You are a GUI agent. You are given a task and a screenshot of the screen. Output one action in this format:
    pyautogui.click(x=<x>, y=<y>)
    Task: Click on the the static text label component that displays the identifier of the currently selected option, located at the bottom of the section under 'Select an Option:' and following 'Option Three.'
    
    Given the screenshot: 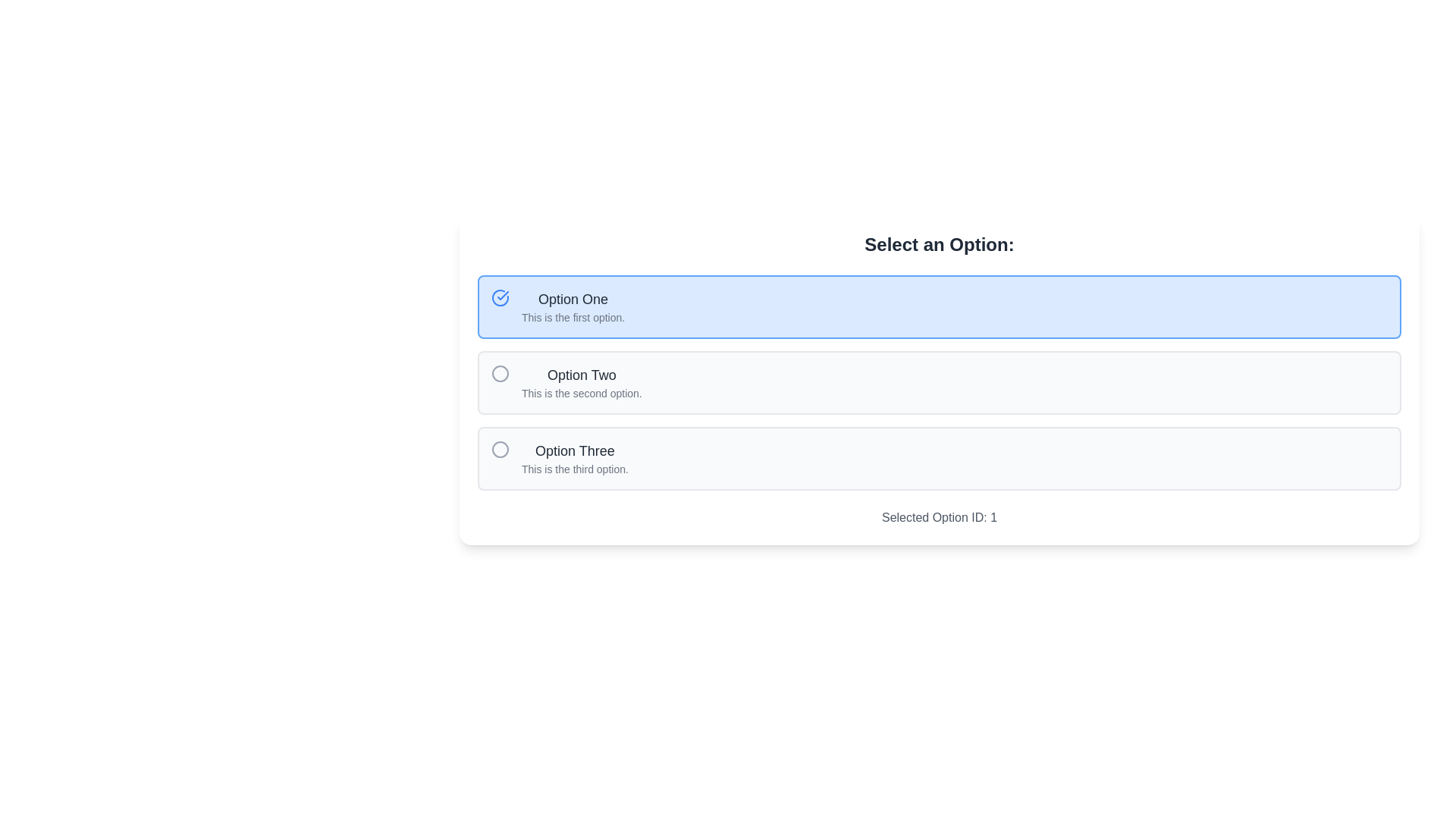 What is the action you would take?
    pyautogui.click(x=938, y=516)
    